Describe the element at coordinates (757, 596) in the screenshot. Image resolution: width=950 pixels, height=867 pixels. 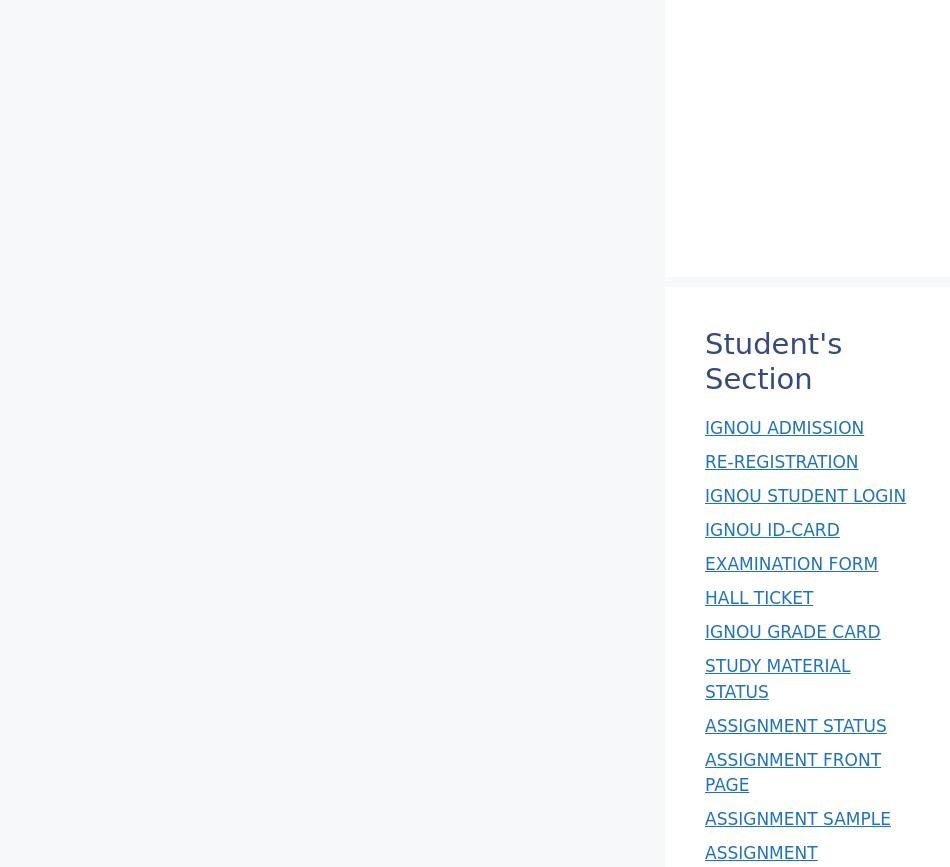
I see `'HALL TICKET'` at that location.